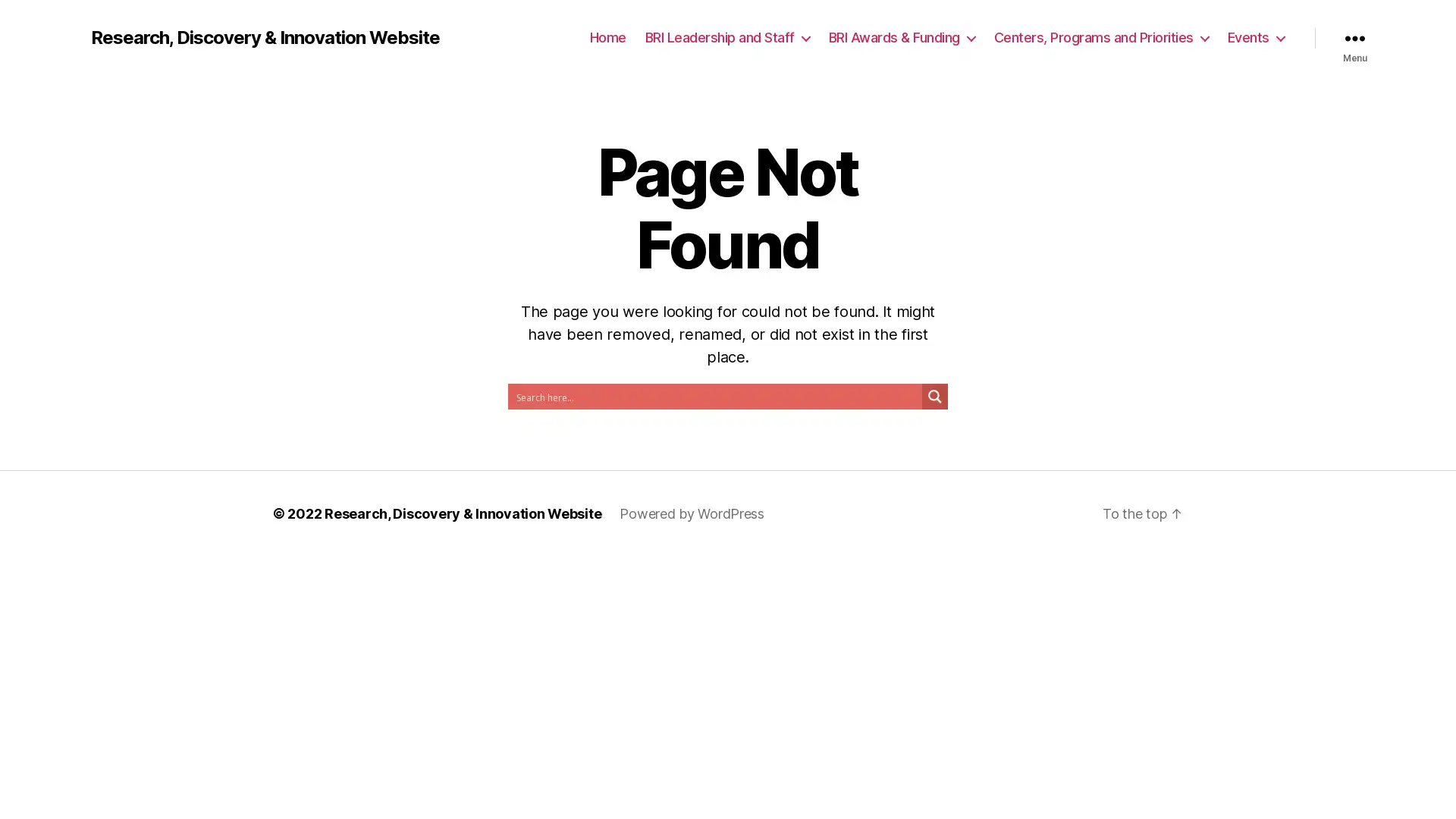 The width and height of the screenshot is (1456, 819). What do you see at coordinates (1354, 37) in the screenshot?
I see `Menu` at bounding box center [1354, 37].